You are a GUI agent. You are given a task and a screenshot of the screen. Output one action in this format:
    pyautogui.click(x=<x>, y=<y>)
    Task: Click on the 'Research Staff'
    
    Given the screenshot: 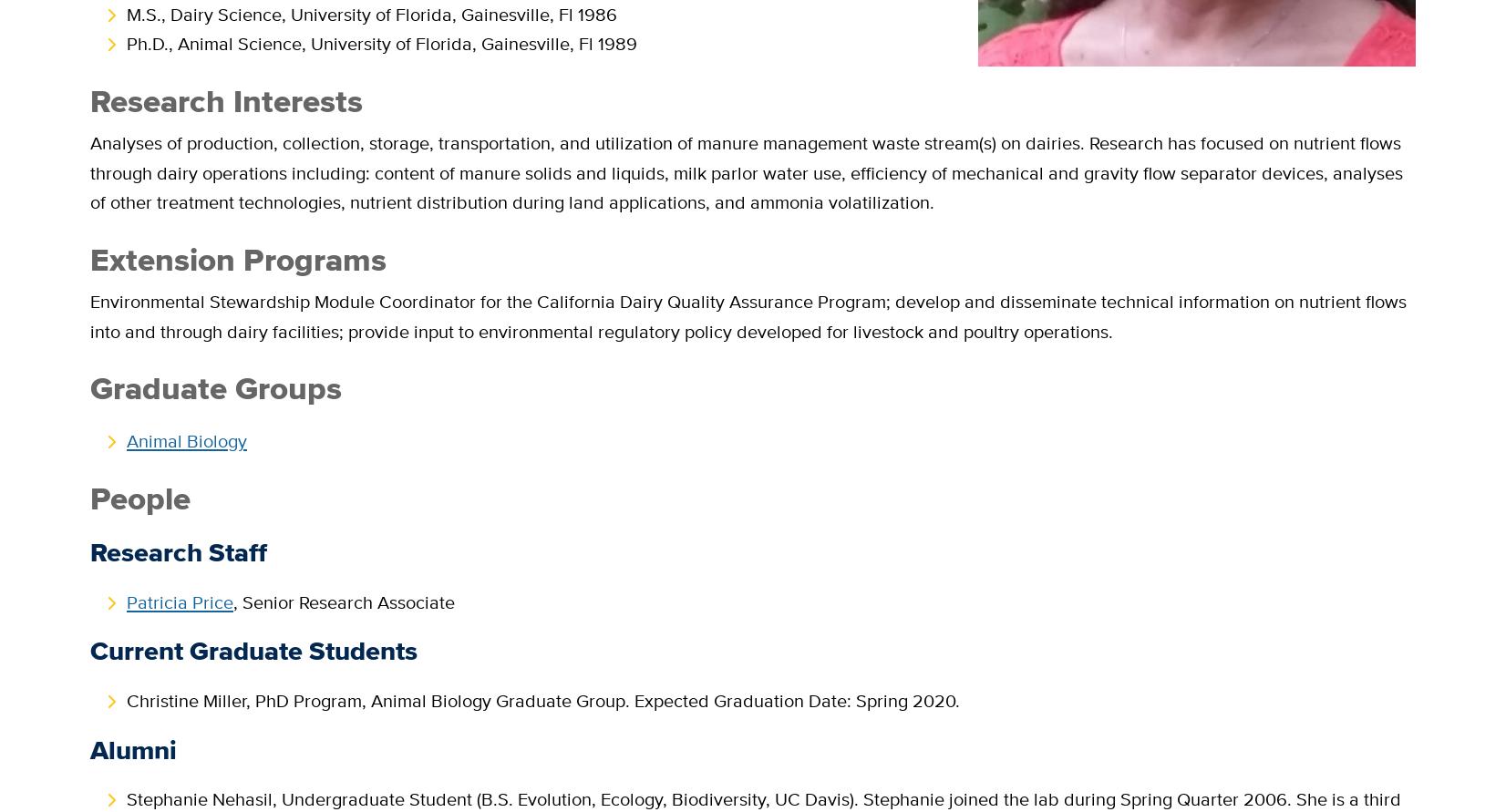 What is the action you would take?
    pyautogui.click(x=89, y=552)
    